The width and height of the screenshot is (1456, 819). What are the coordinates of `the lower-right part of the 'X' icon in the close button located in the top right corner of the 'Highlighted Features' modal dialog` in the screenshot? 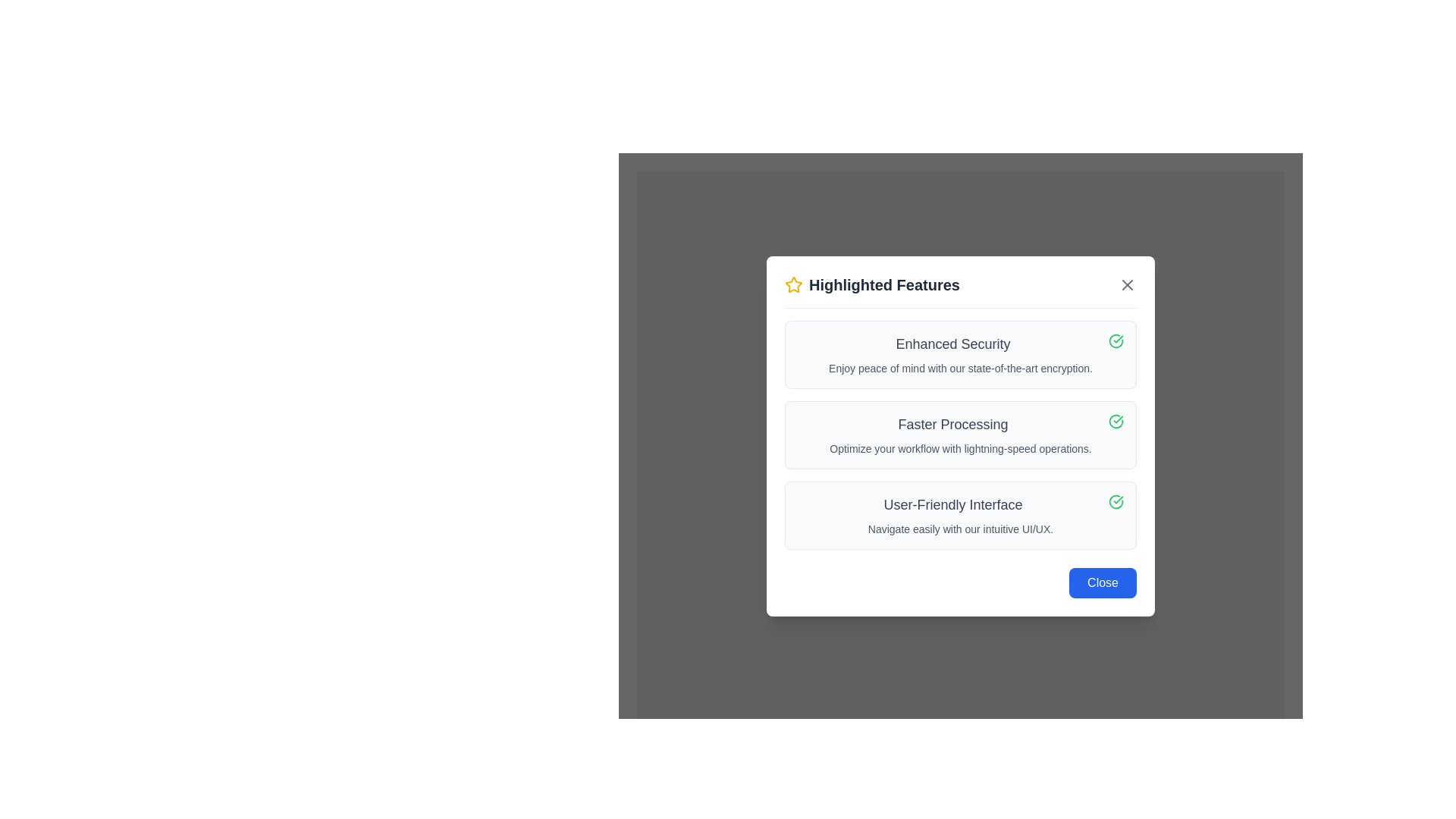 It's located at (1128, 284).